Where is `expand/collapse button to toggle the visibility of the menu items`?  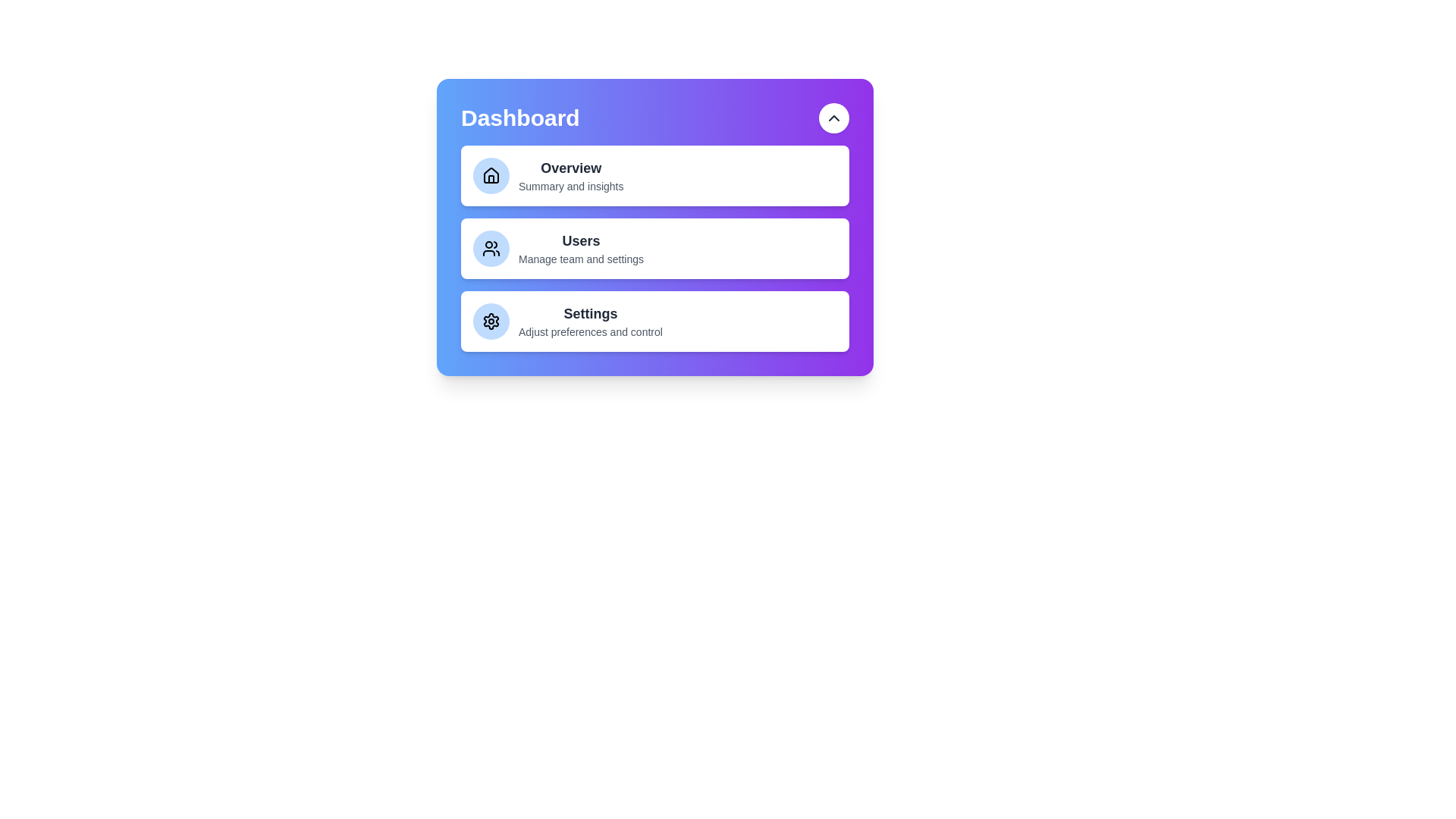 expand/collapse button to toggle the visibility of the menu items is located at coordinates (833, 117).